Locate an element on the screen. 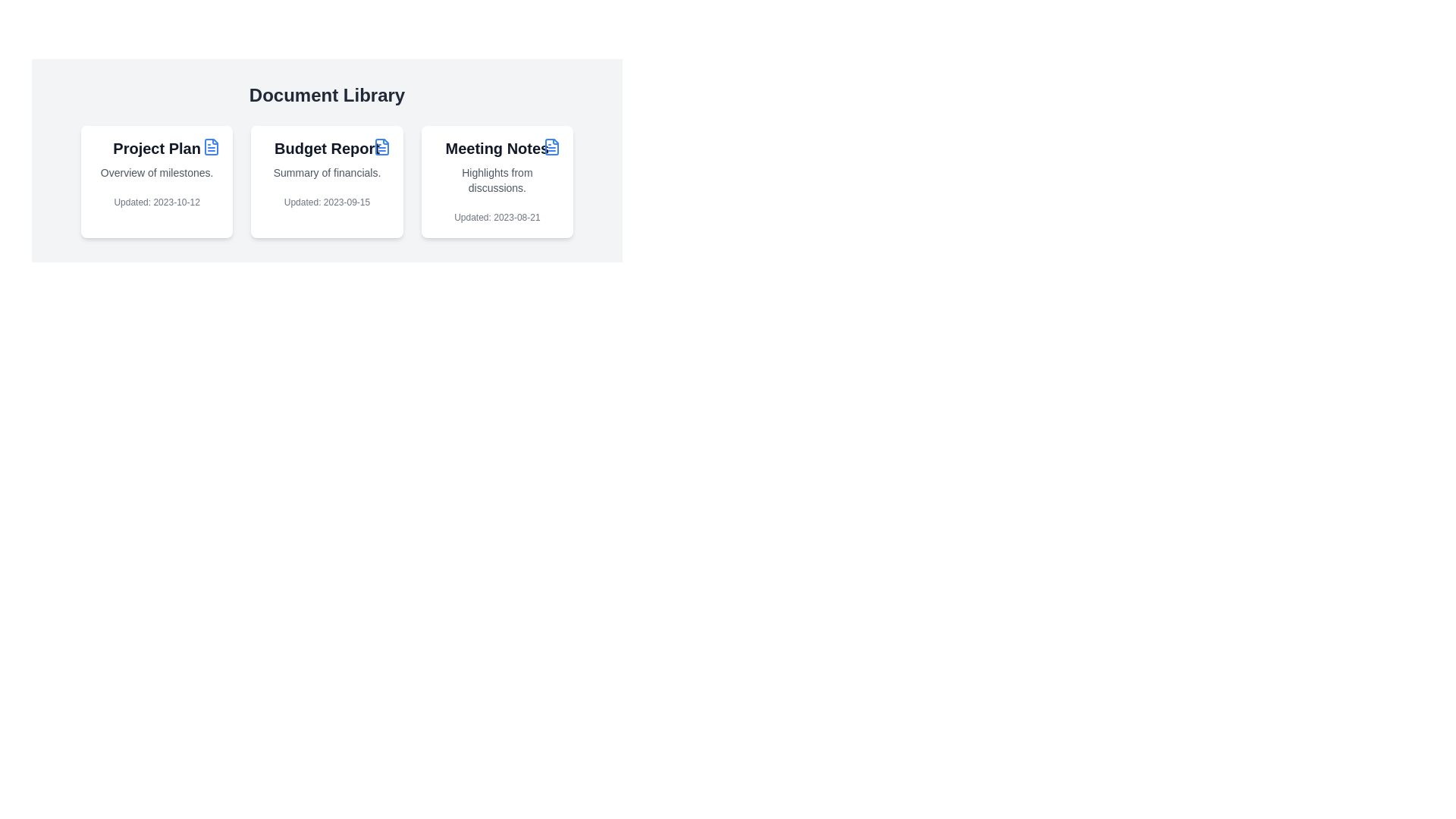  descriptive text located within the card labeled 'Meeting Notes', positioned beneath the main title 'Meeting Notes' and above the updated date information 'Updated: 2023-08-21' is located at coordinates (497, 180).